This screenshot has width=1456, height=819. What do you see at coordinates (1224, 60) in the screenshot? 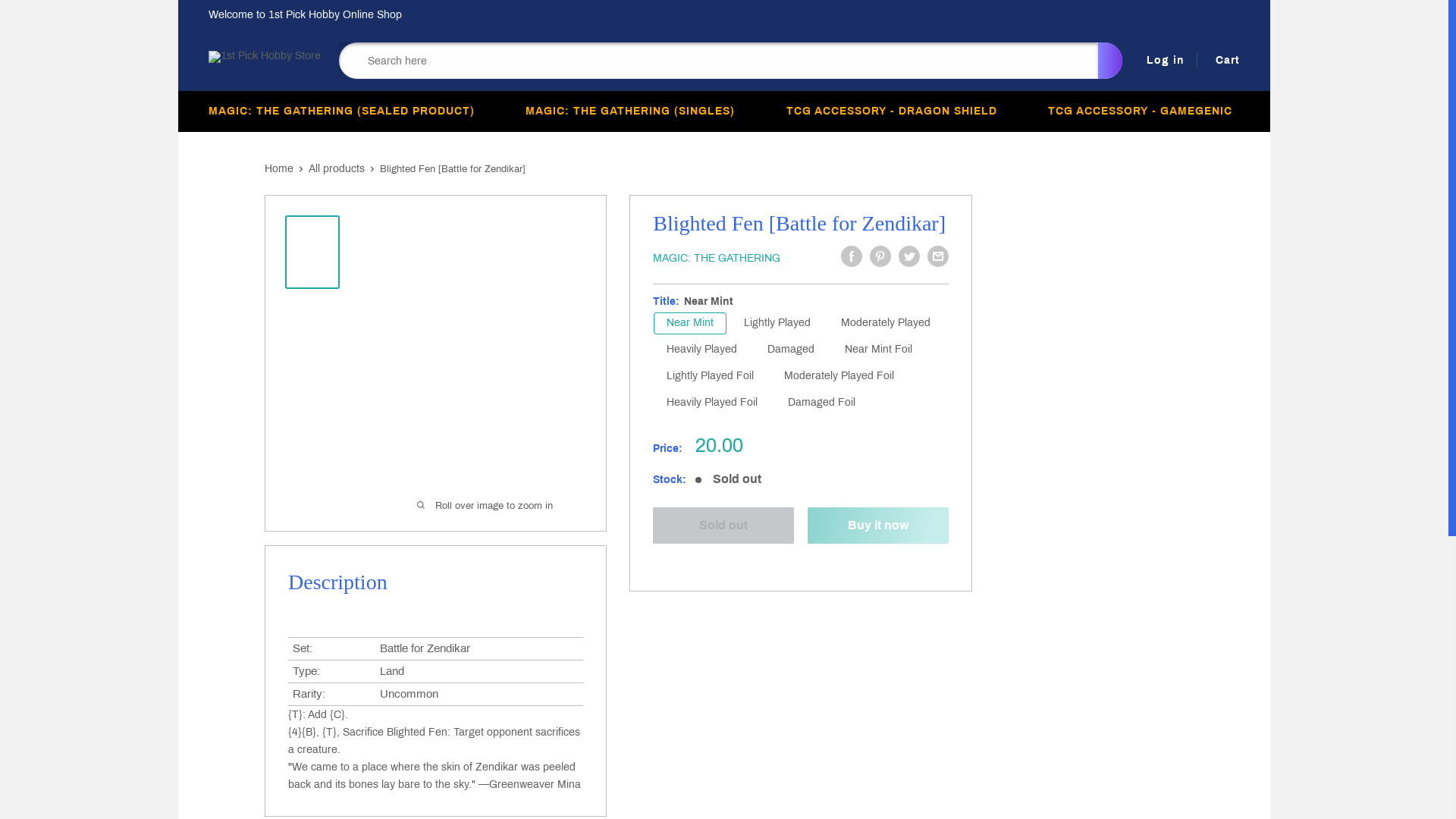
I see `'Cart'` at bounding box center [1224, 60].